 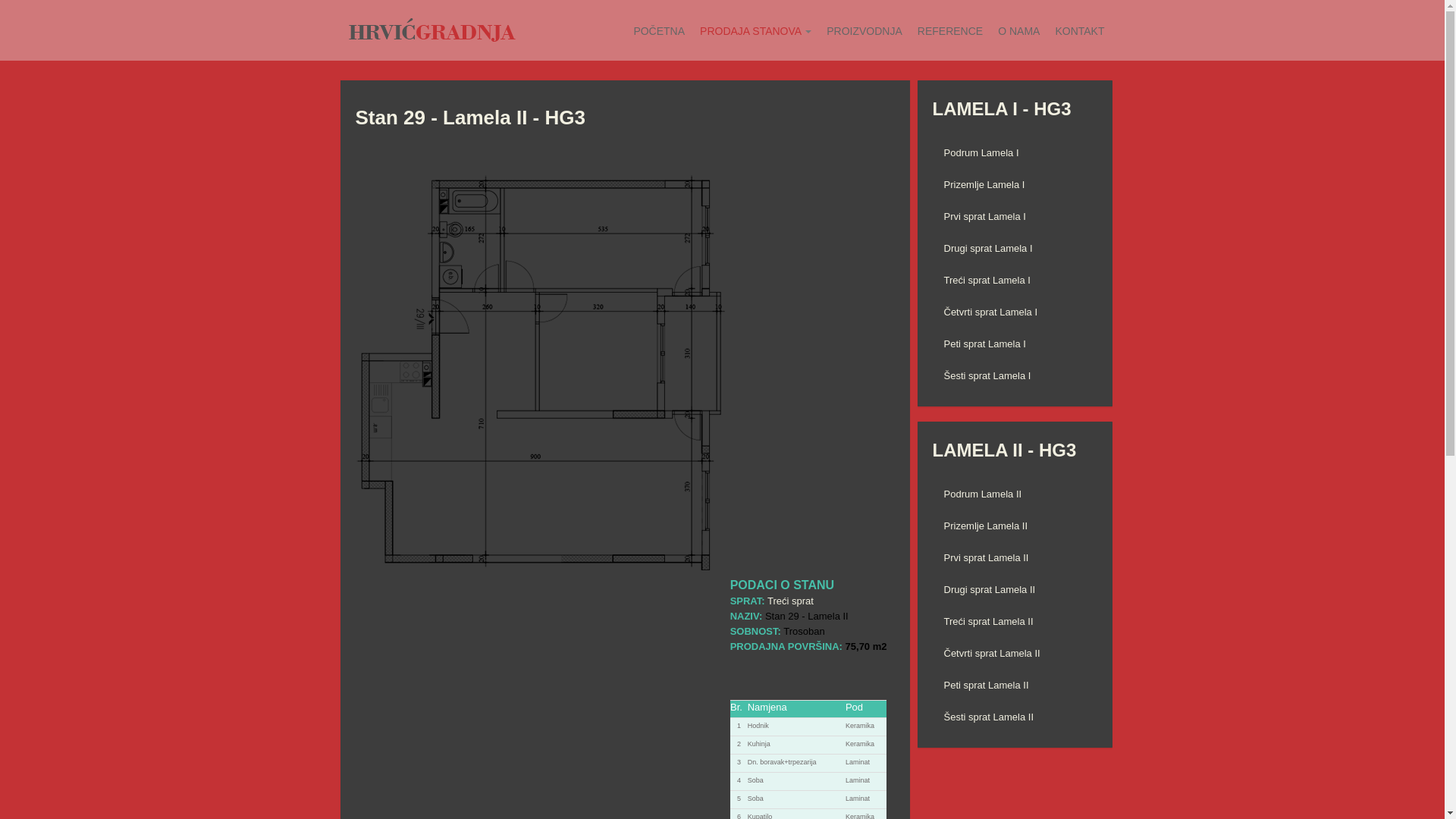 What do you see at coordinates (1015, 216) in the screenshot?
I see `'Prvi sprat Lamela I'` at bounding box center [1015, 216].